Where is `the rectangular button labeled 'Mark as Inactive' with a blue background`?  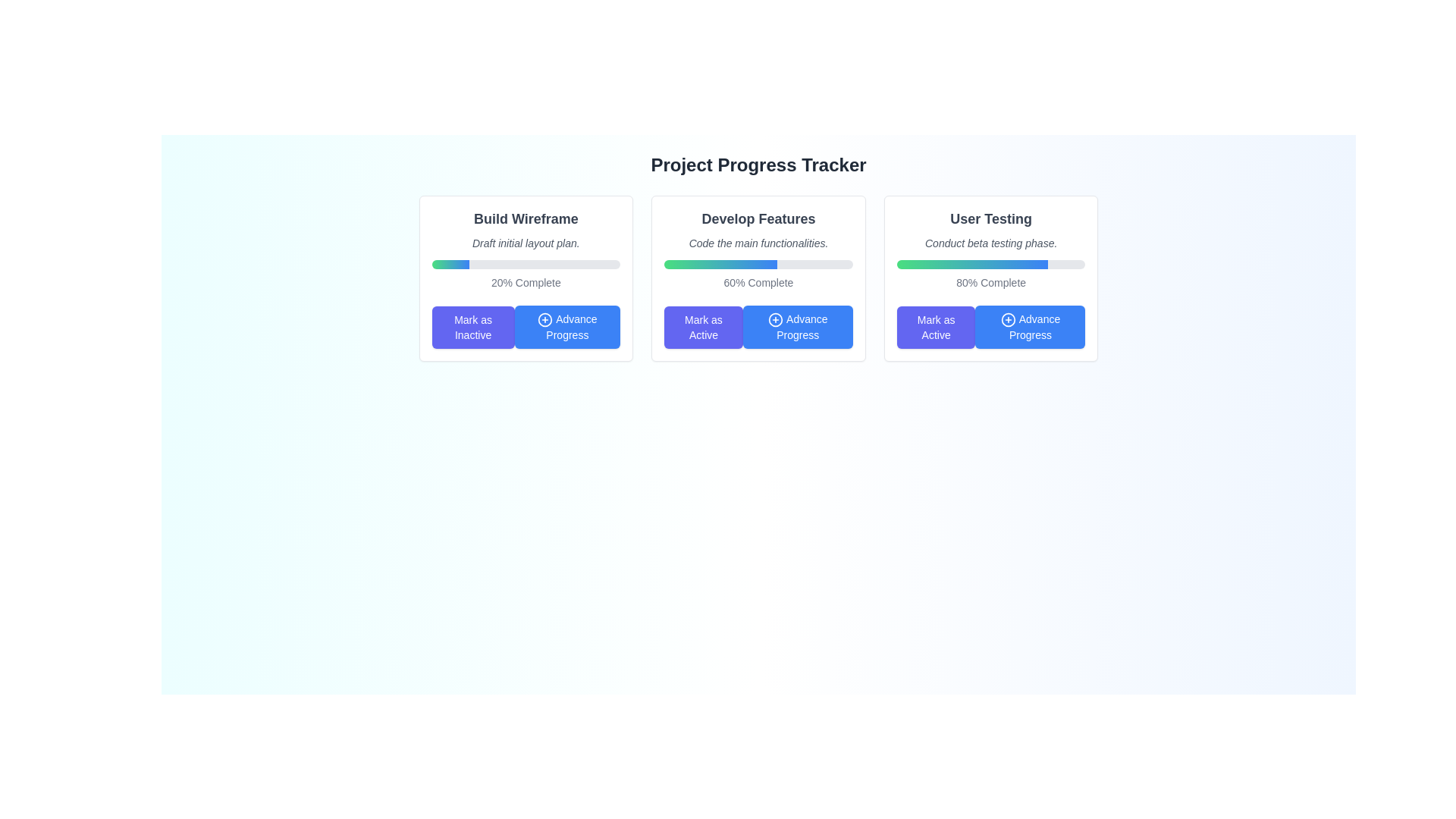 the rectangular button labeled 'Mark as Inactive' with a blue background is located at coordinates (472, 326).